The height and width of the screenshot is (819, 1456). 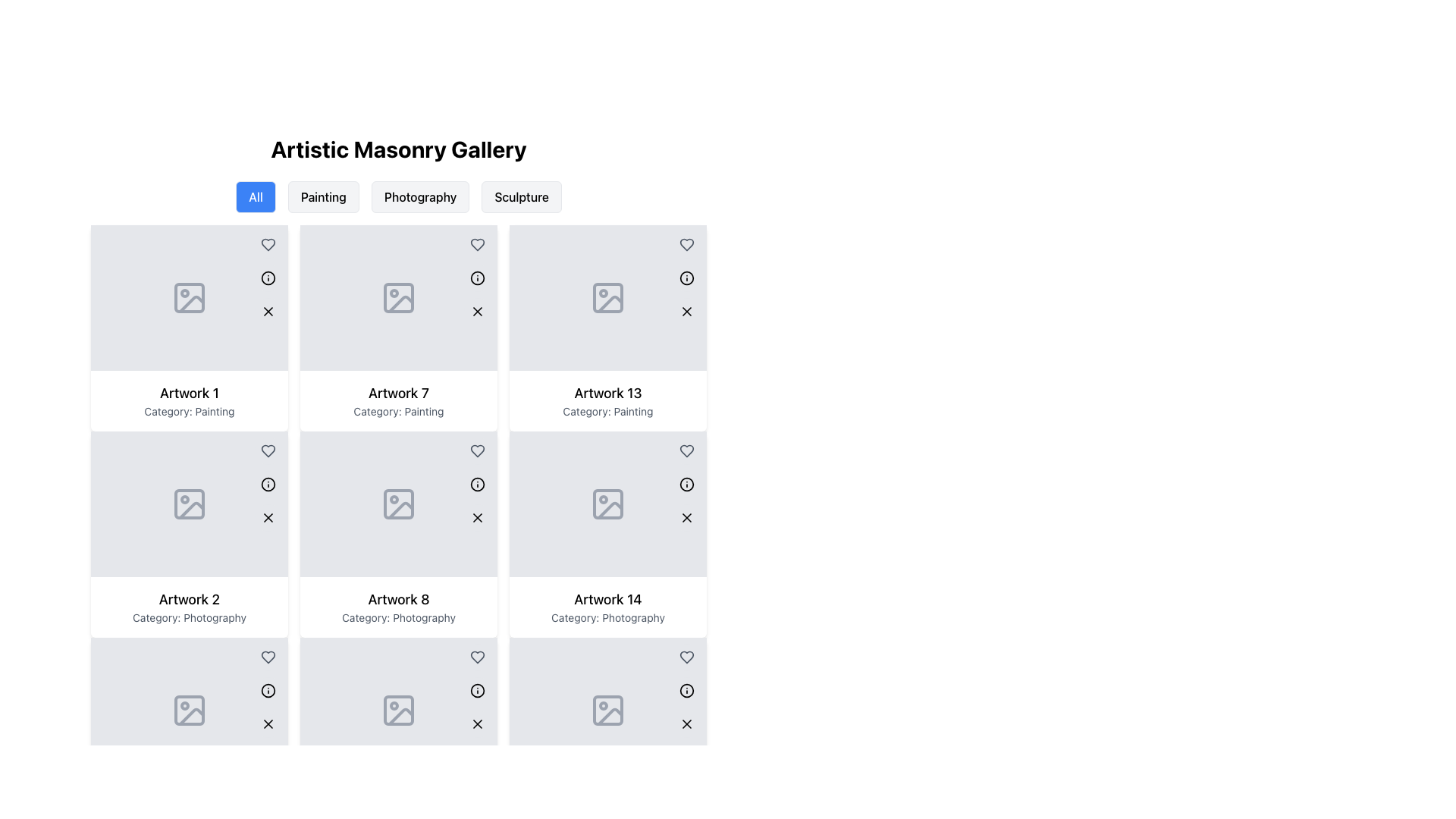 What do you see at coordinates (476, 657) in the screenshot?
I see `the heart icon for 'like' functionality located in the top-right corner of the 'Artwork 8' cell under the 'Photography' category` at bounding box center [476, 657].